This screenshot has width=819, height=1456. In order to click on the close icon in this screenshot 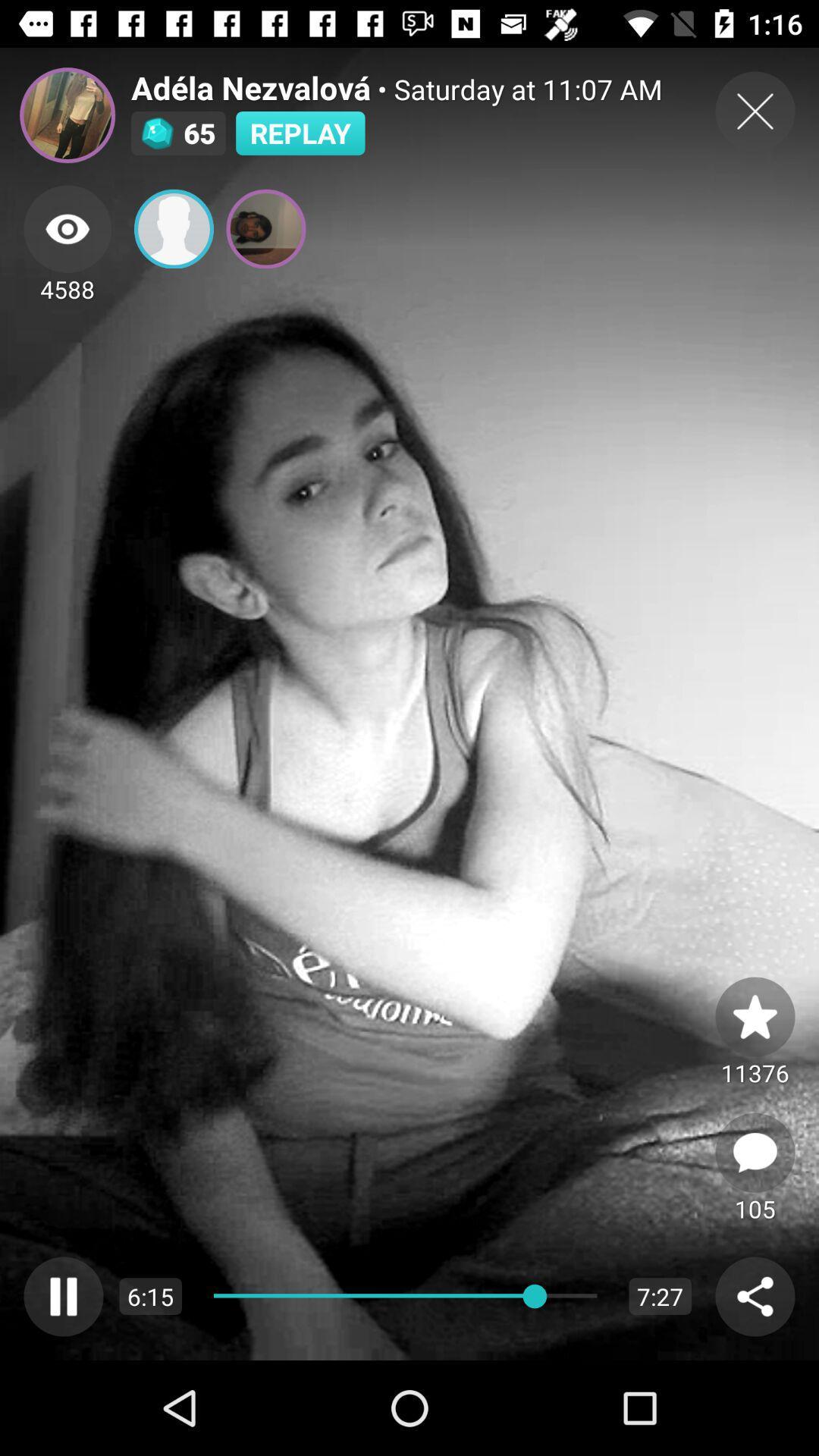, I will do `click(755, 111)`.